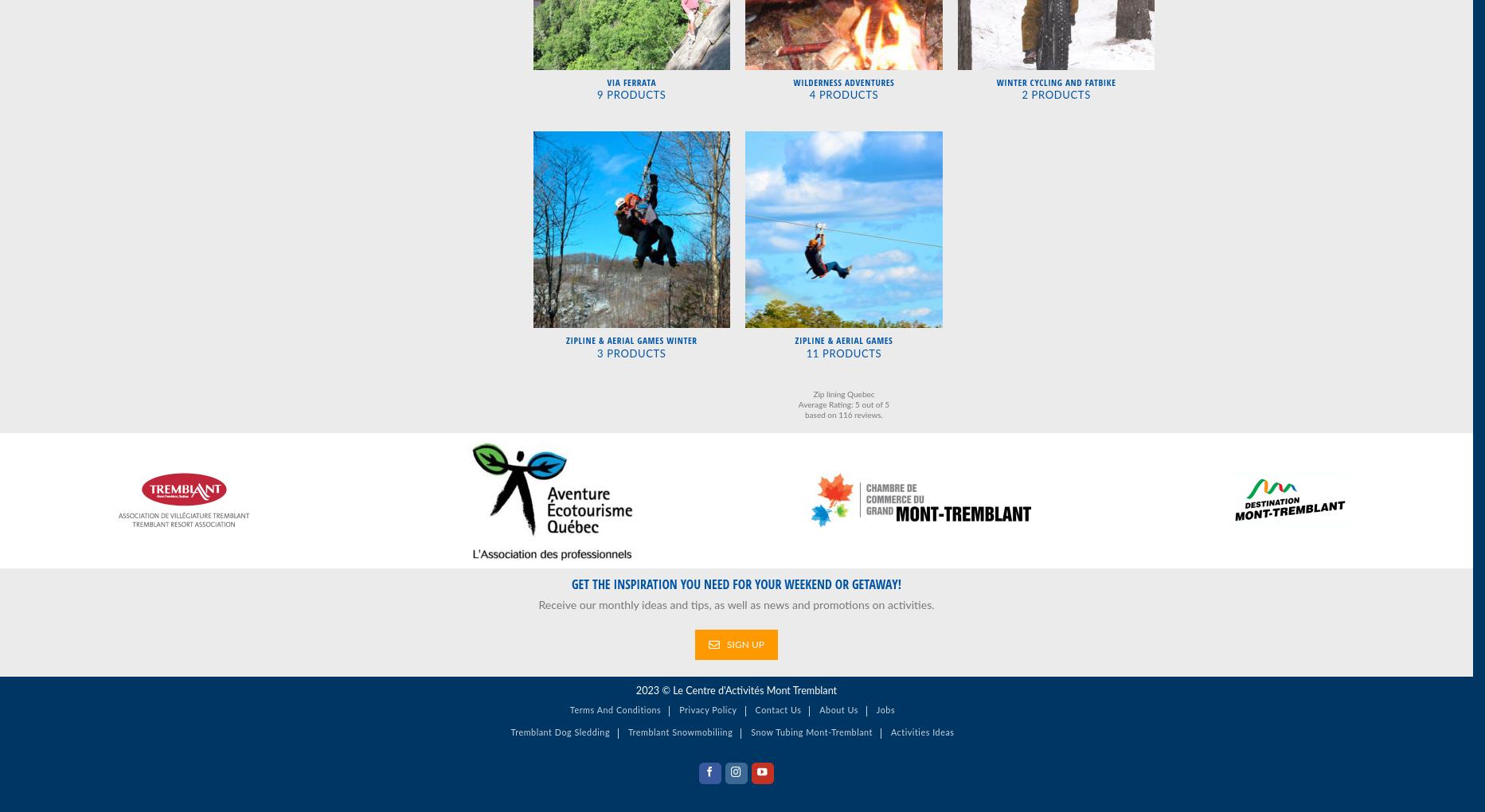  Describe the element at coordinates (797, 404) in the screenshot. I see `'Average Rating:'` at that location.